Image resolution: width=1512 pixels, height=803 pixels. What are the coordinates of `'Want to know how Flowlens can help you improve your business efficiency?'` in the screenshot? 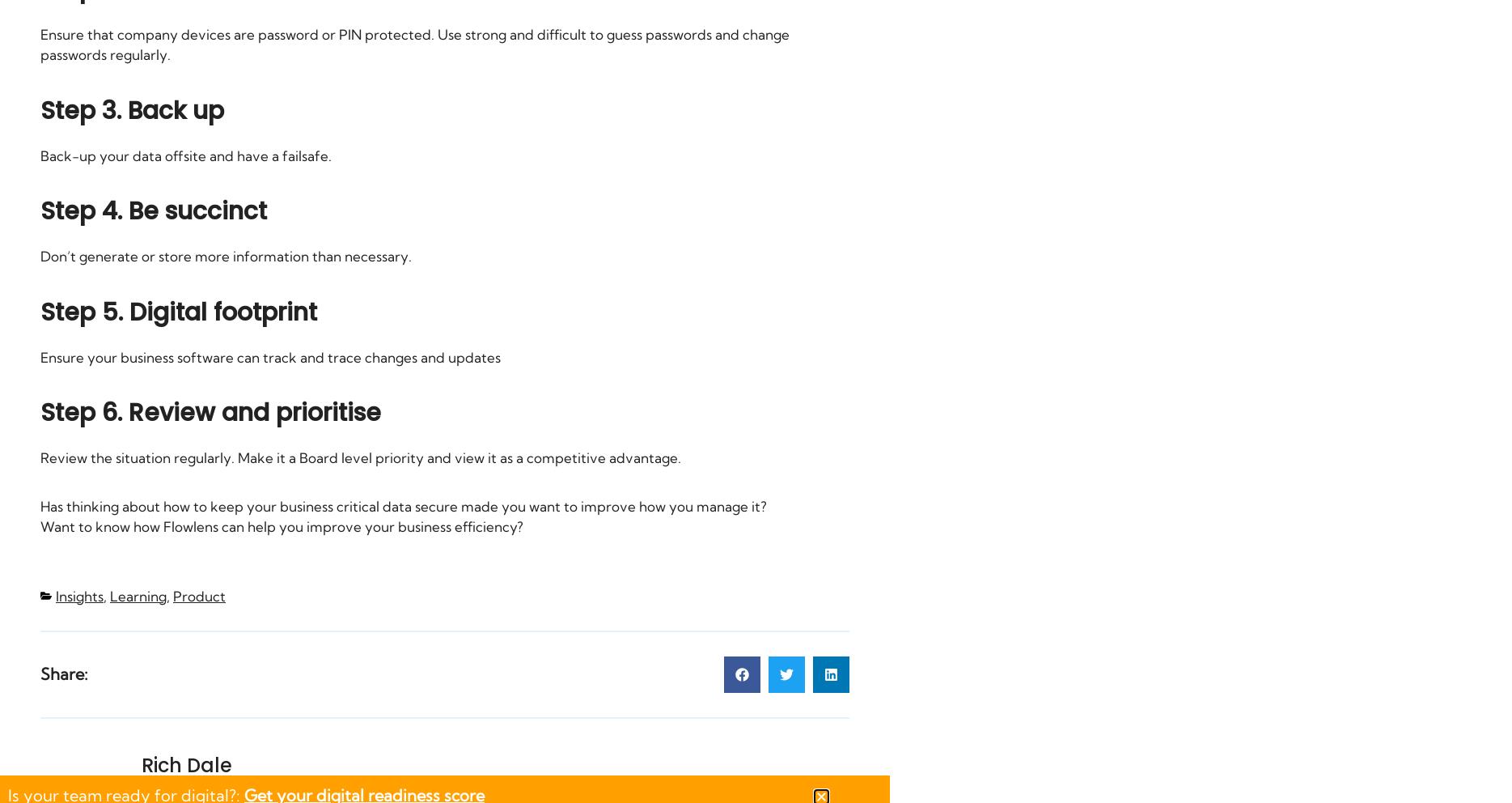 It's located at (282, 526).